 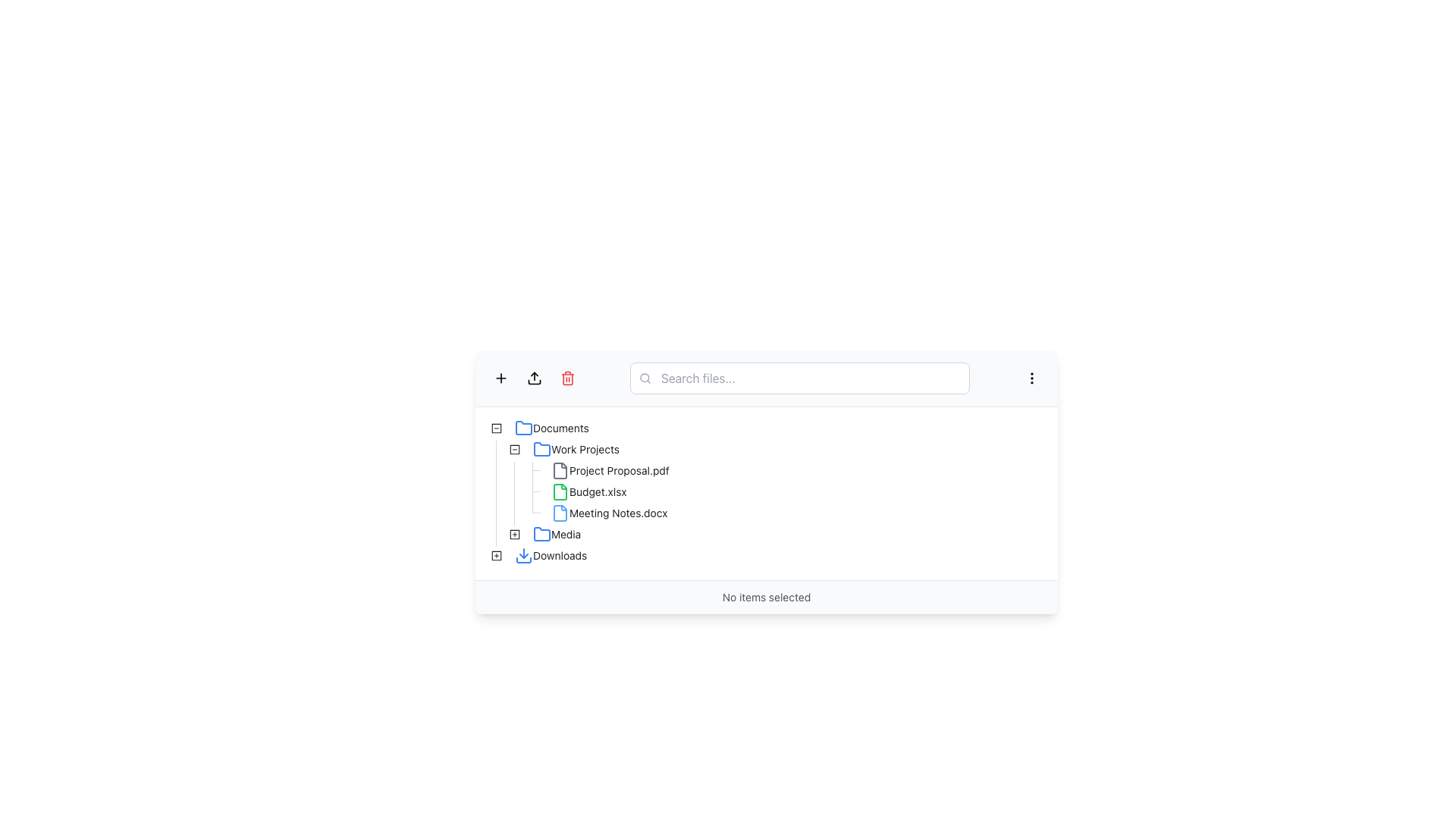 I want to click on the upload icon button, which is represented by an upward-facing arrow on a rectangular base, located at the top-left corner of the interaction bar within the file explorer interface, to initiate file upload, so click(x=535, y=377).